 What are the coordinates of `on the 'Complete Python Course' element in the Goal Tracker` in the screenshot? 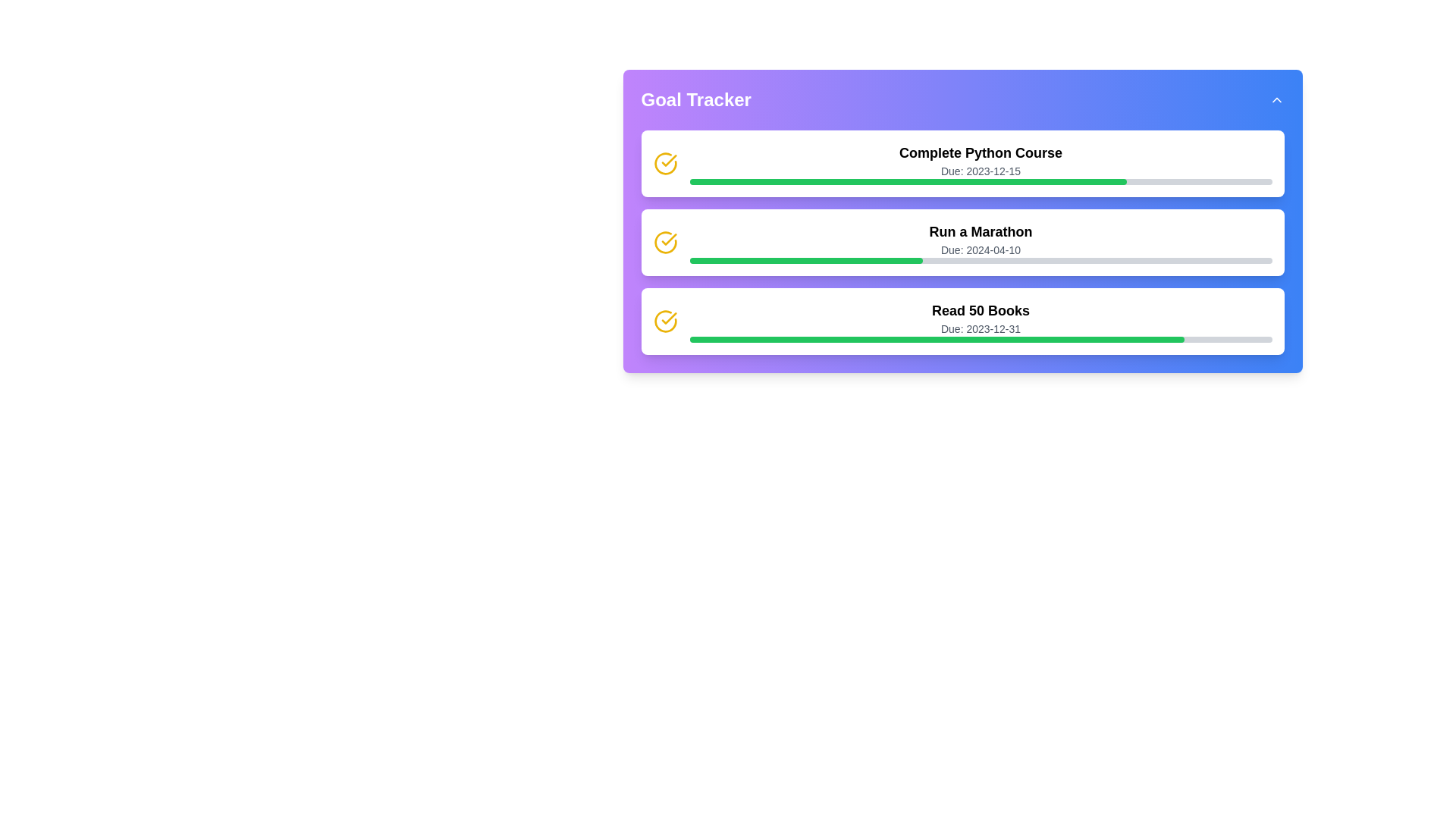 It's located at (981, 164).